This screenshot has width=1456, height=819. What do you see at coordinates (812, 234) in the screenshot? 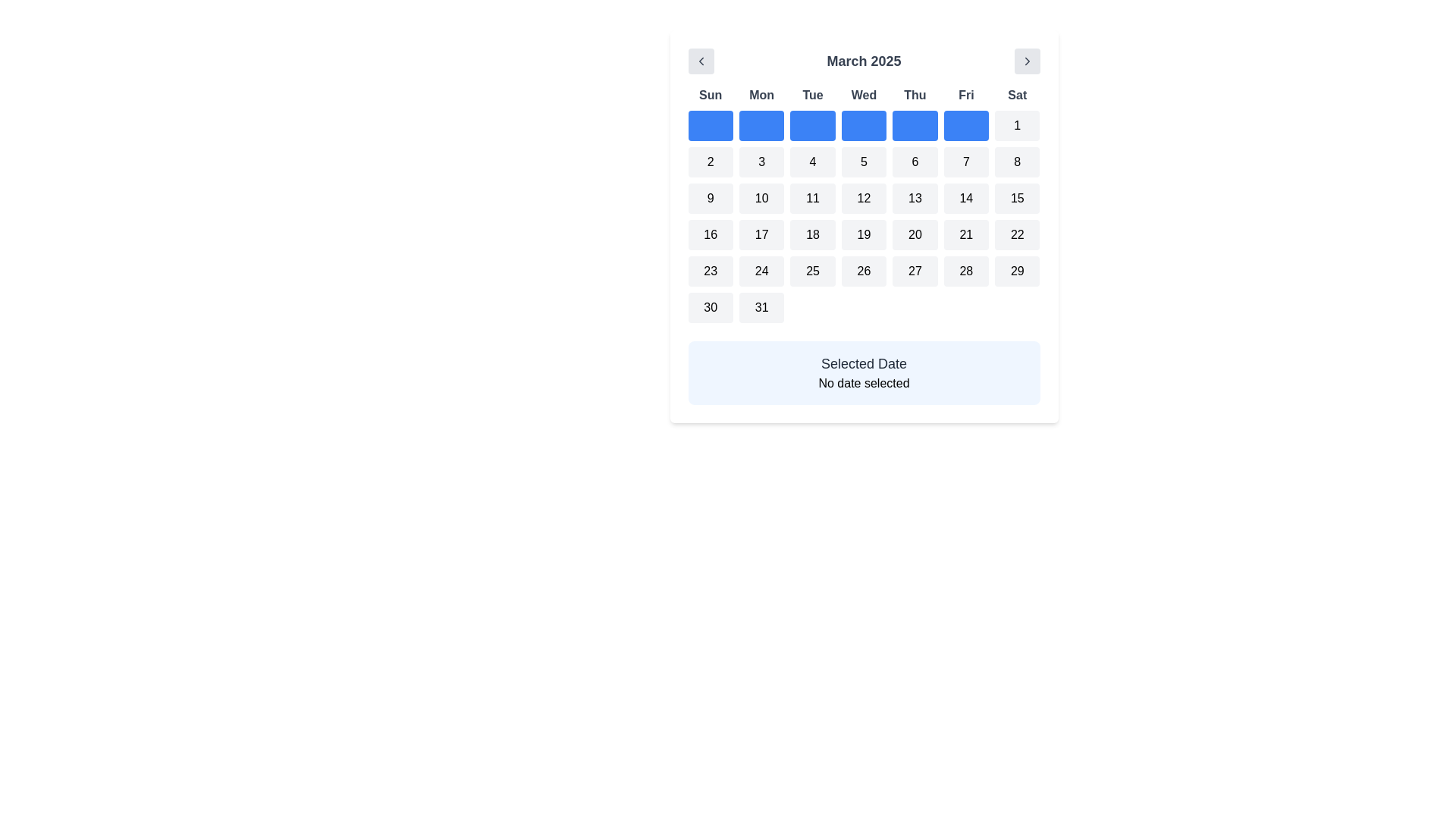
I see `the button displaying '18' in bold black font, which is the fifth item in the fifth row of the calendar grid under the 'Tue' column` at bounding box center [812, 234].